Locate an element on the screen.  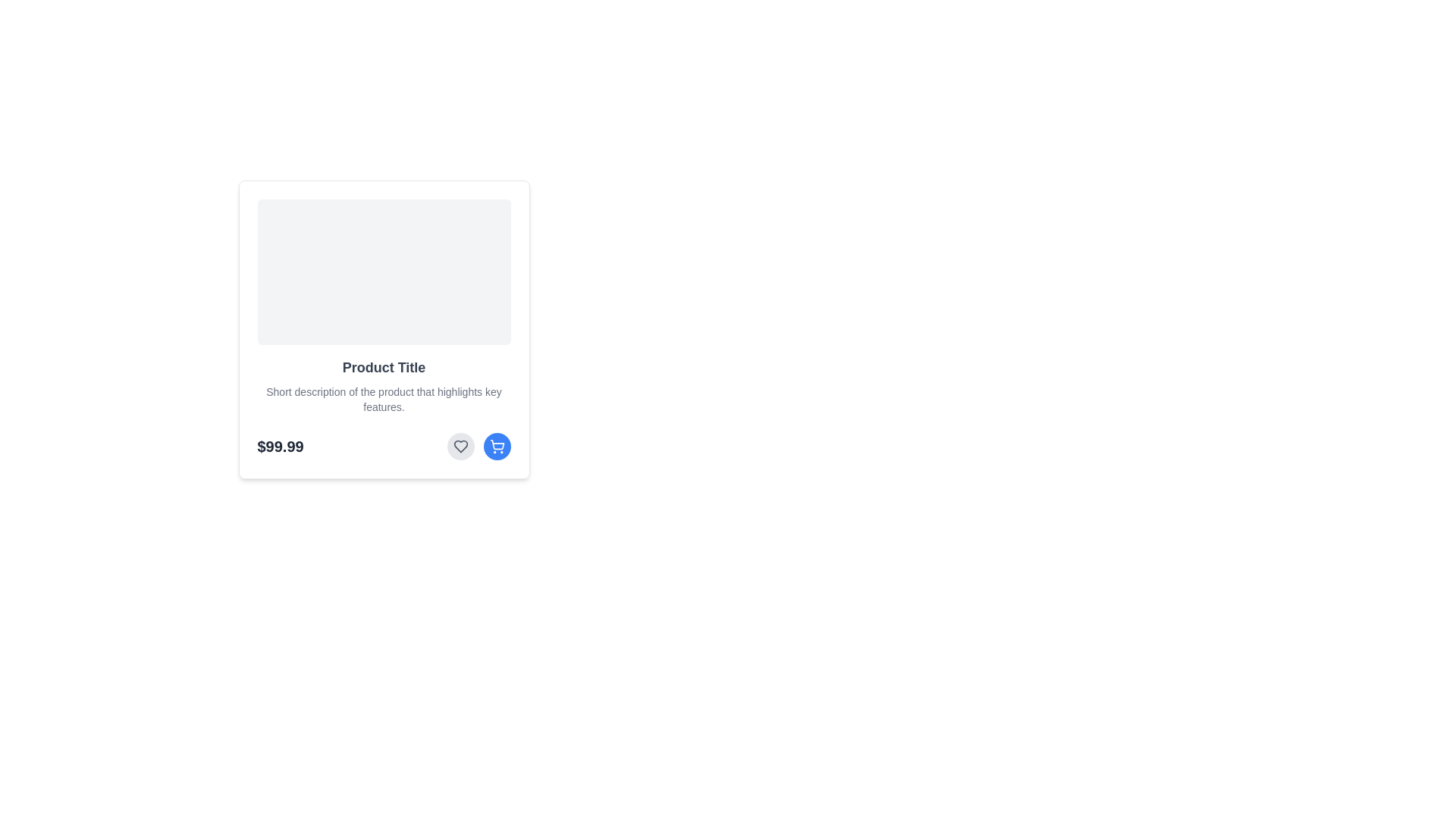
the favorite button located at the bottom section of the card-like interface, positioned to the left of the blue circular shopping cart button is located at coordinates (460, 446).